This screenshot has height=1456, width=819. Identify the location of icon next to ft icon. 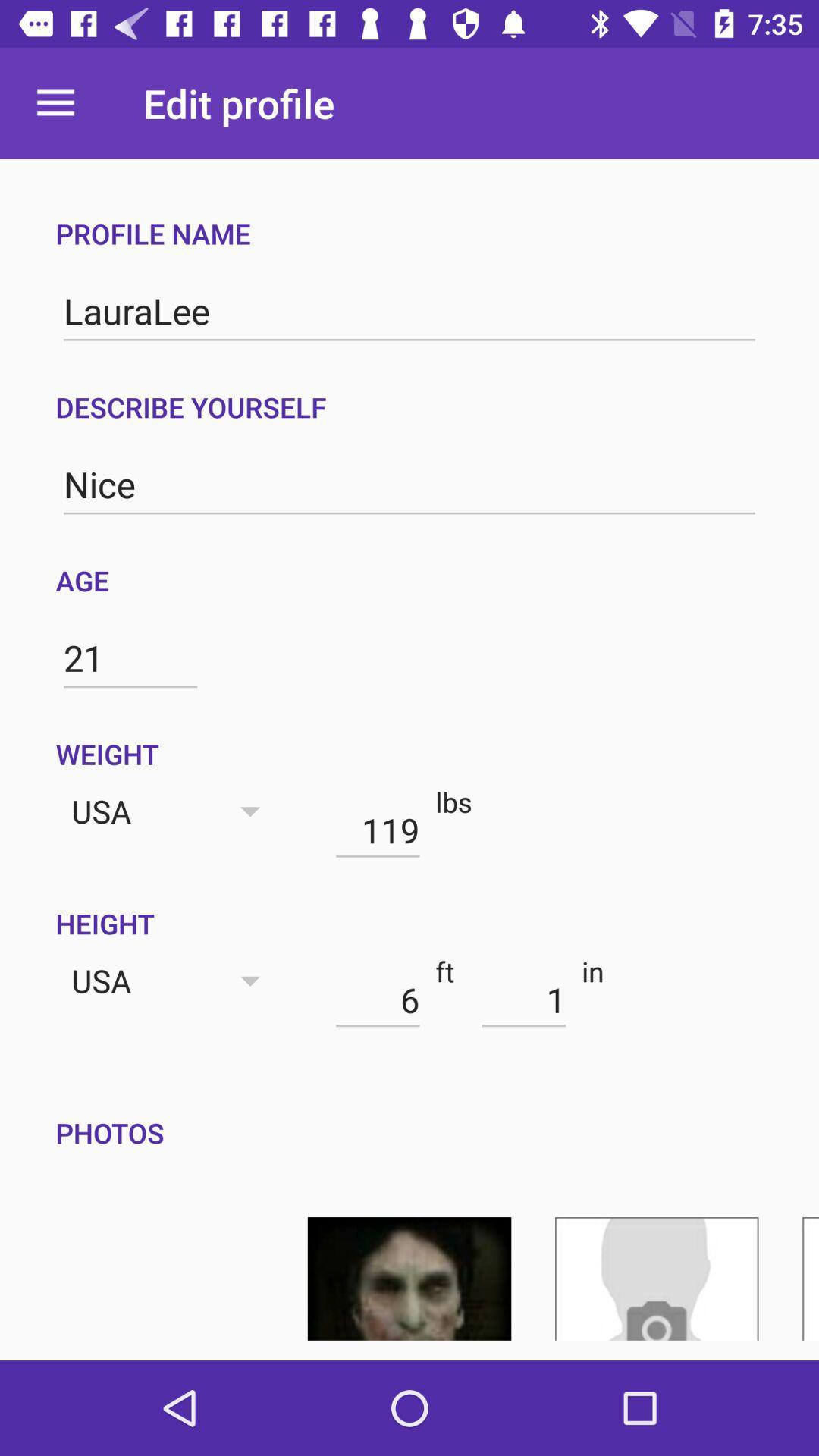
(523, 999).